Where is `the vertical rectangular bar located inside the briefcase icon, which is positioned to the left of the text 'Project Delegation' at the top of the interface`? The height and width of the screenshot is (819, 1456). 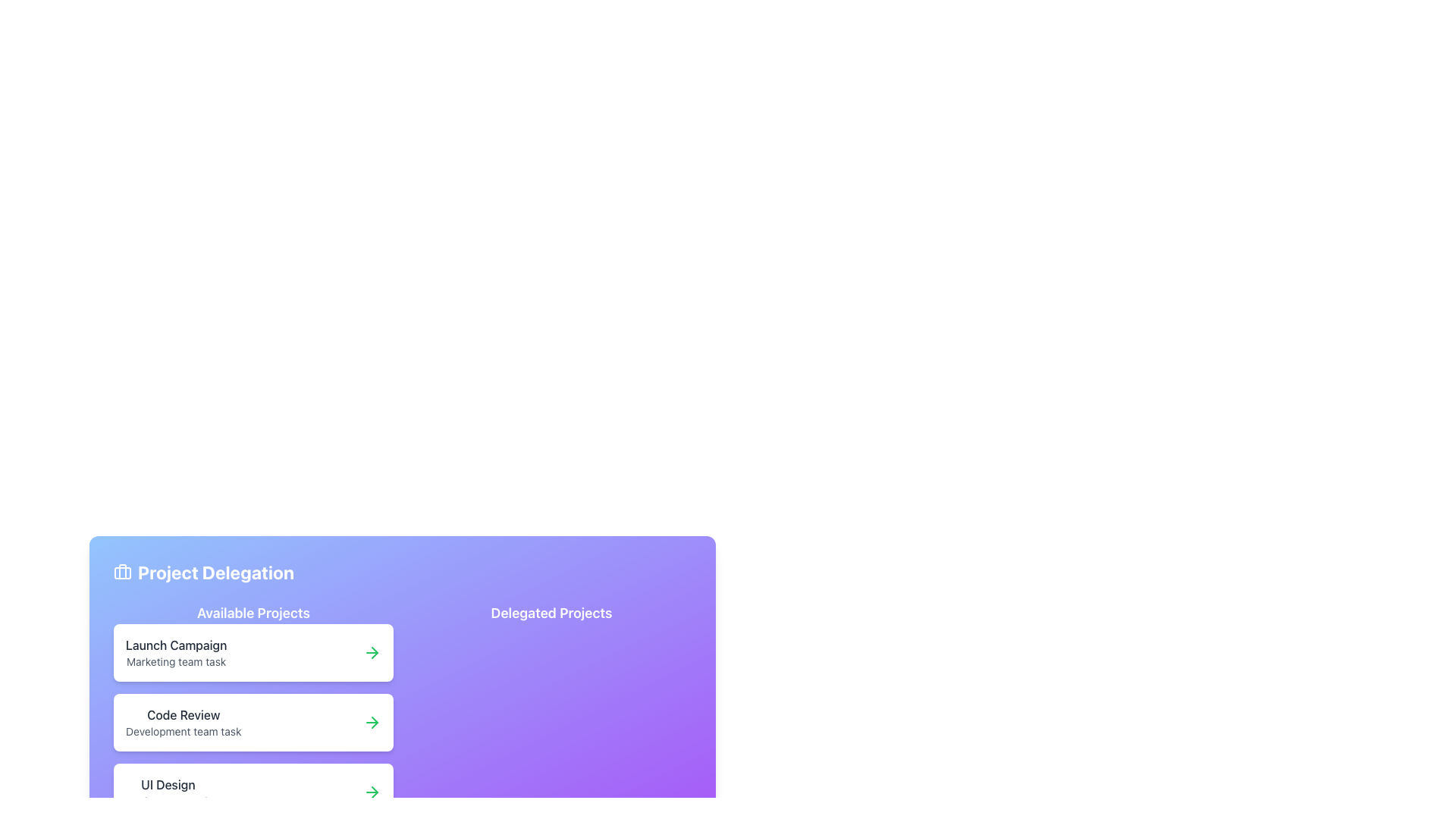 the vertical rectangular bar located inside the briefcase icon, which is positioned to the left of the text 'Project Delegation' at the top of the interface is located at coordinates (123, 571).